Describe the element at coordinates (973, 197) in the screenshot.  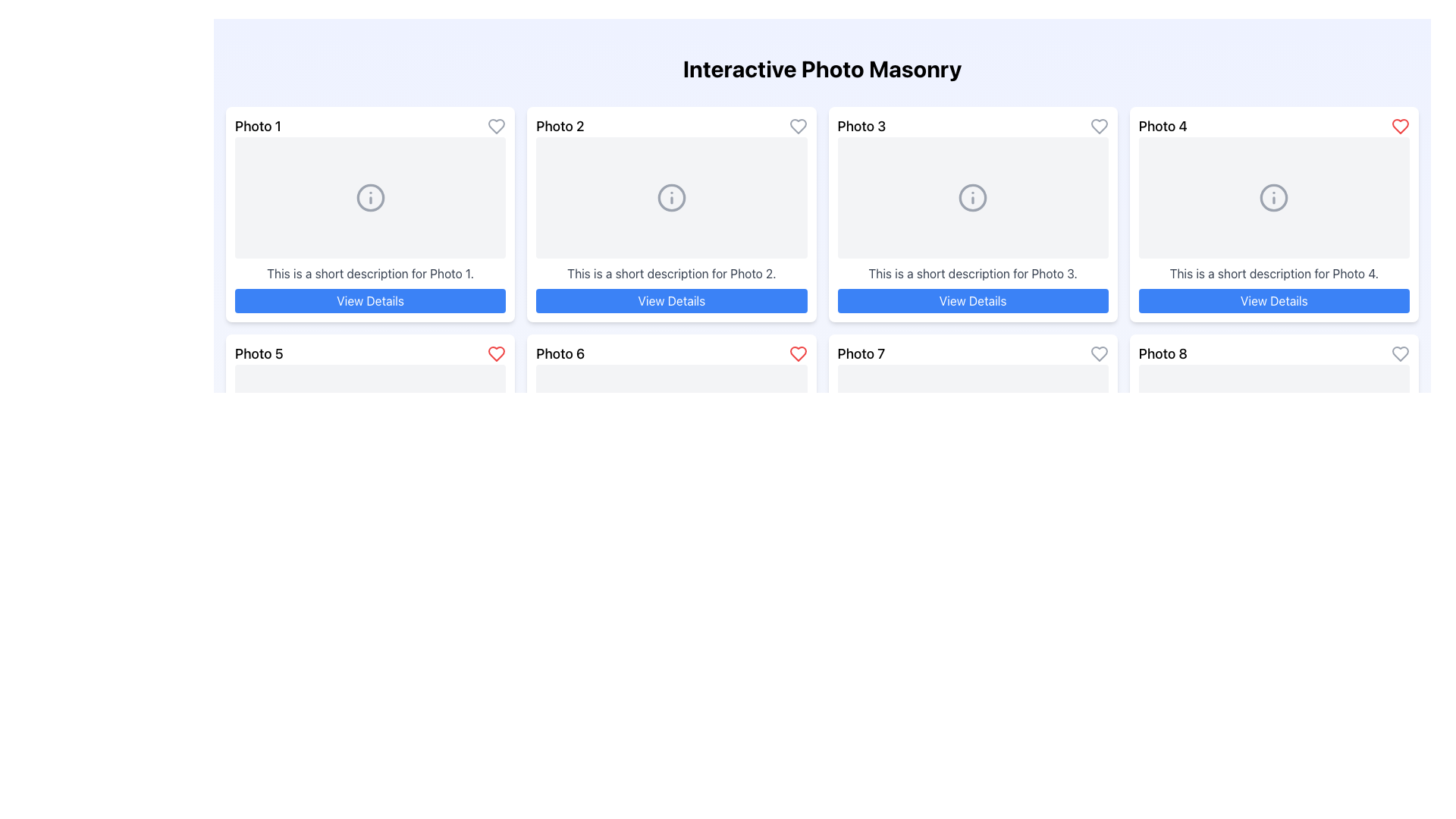
I see `the circular 'info' icon with a gray outline located at the top center of the 'Photo 3' section in the 'Interactive Photo Masonry' grid` at that location.